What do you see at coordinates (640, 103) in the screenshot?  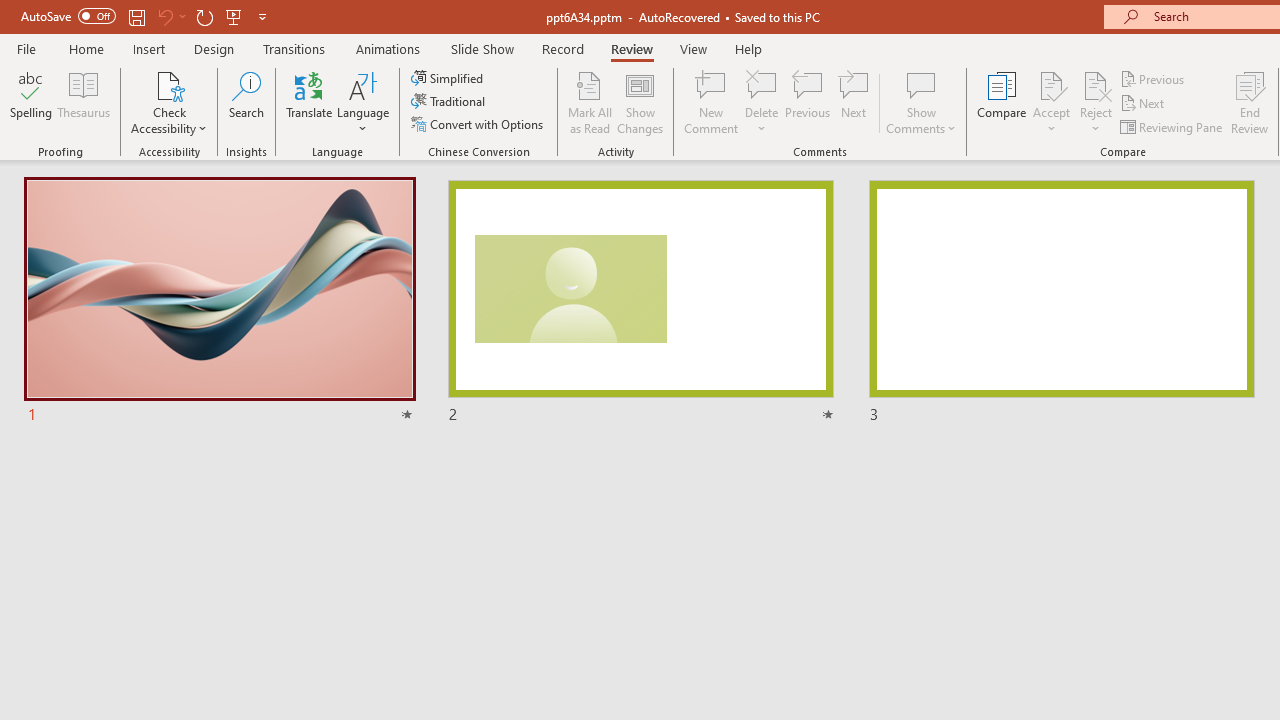 I see `'Show Changes'` at bounding box center [640, 103].